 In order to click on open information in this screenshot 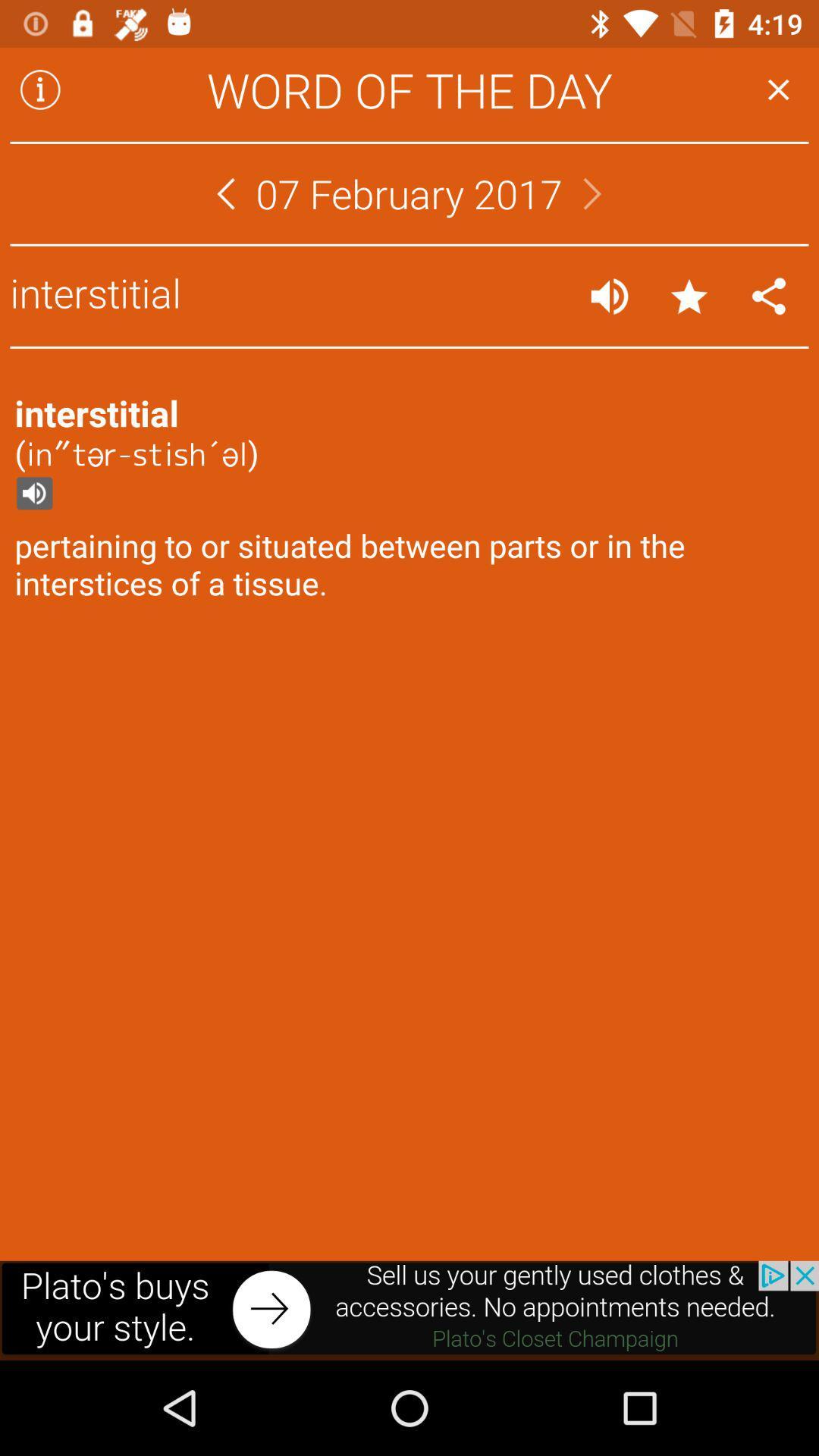, I will do `click(39, 89)`.